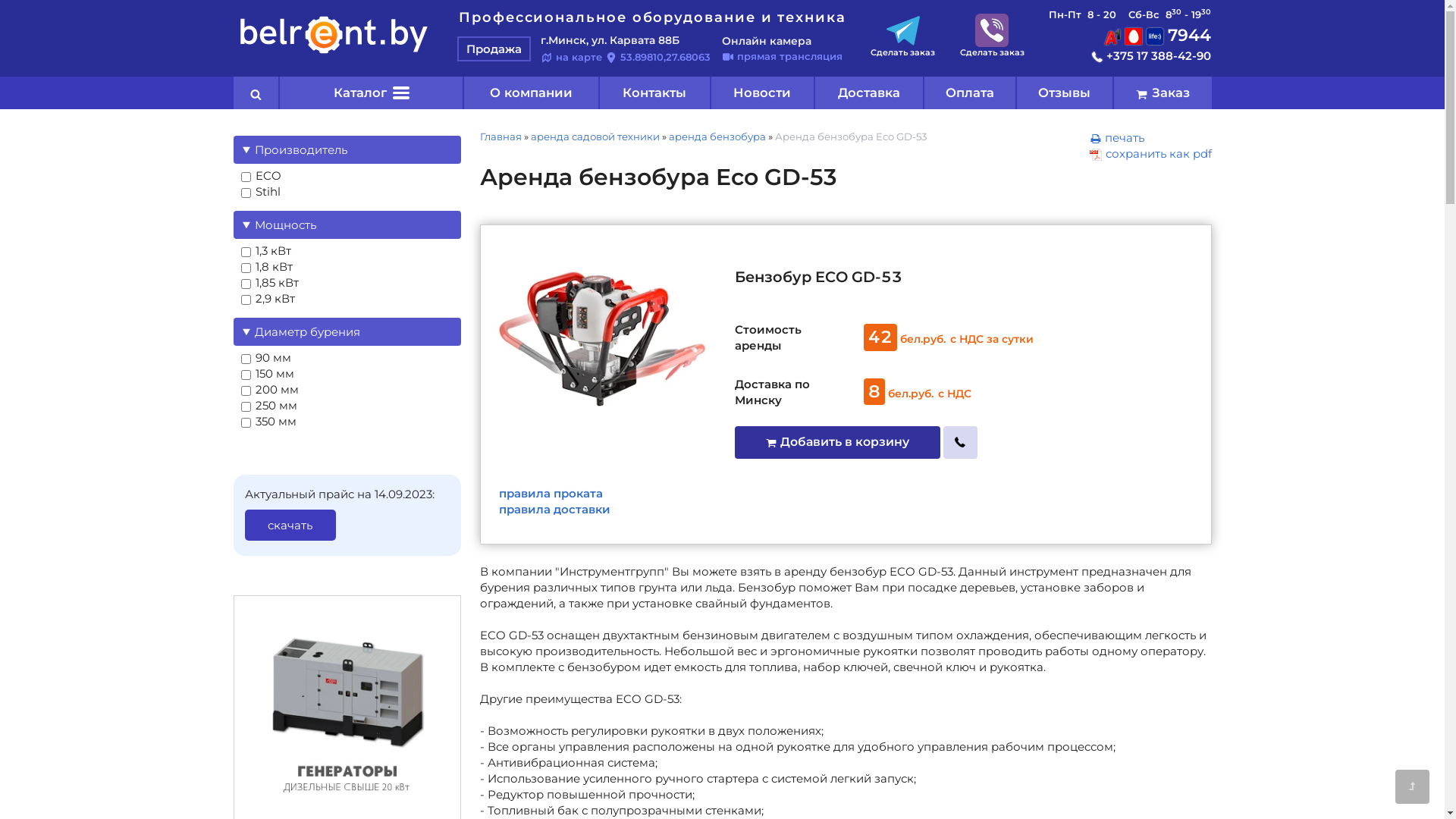 Image resolution: width=1456 pixels, height=819 pixels. What do you see at coordinates (657, 55) in the screenshot?
I see `'53.89810,27.68063'` at bounding box center [657, 55].